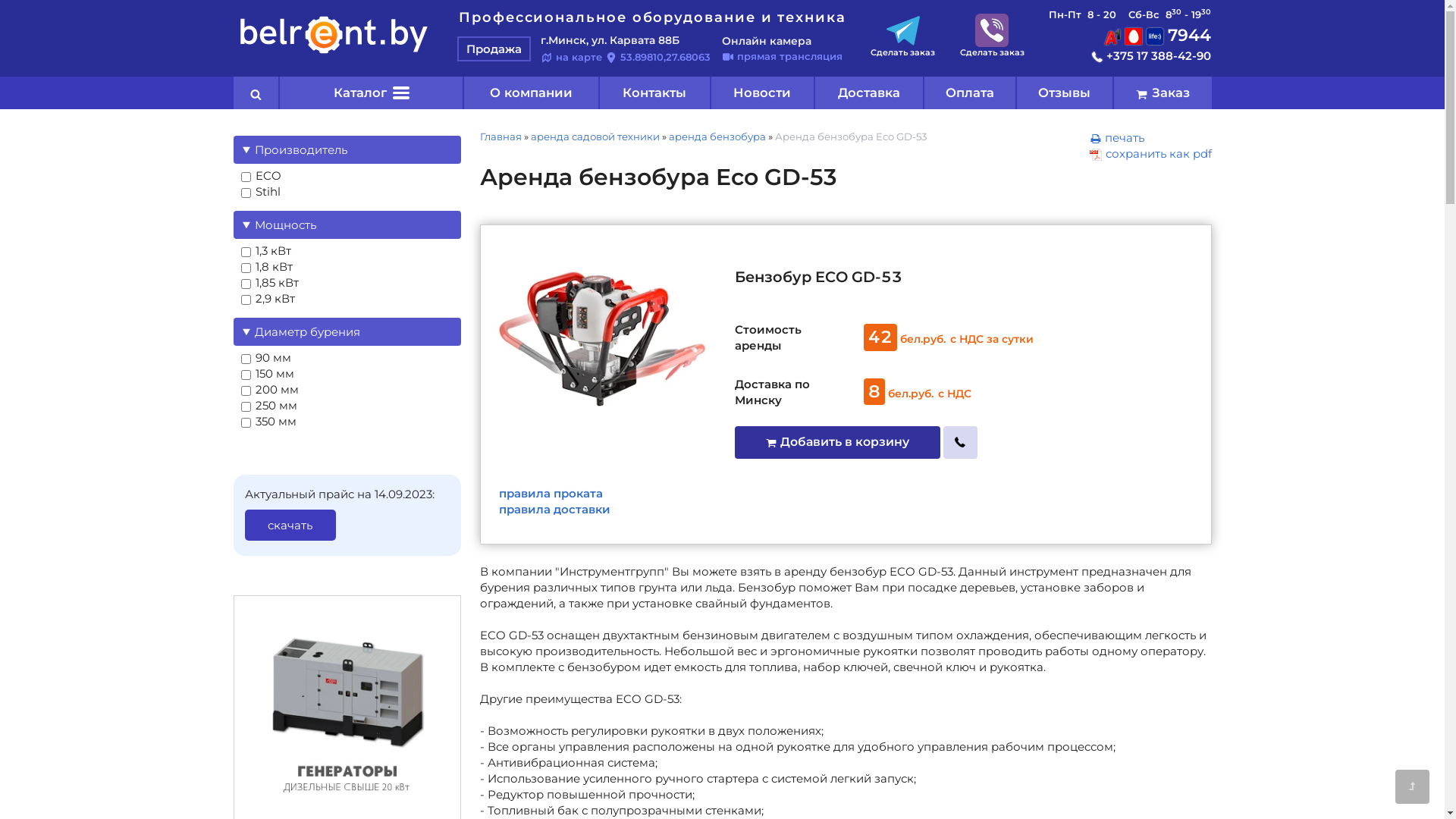 Image resolution: width=1456 pixels, height=819 pixels. What do you see at coordinates (657, 55) in the screenshot?
I see `'53.89810,27.68063'` at bounding box center [657, 55].